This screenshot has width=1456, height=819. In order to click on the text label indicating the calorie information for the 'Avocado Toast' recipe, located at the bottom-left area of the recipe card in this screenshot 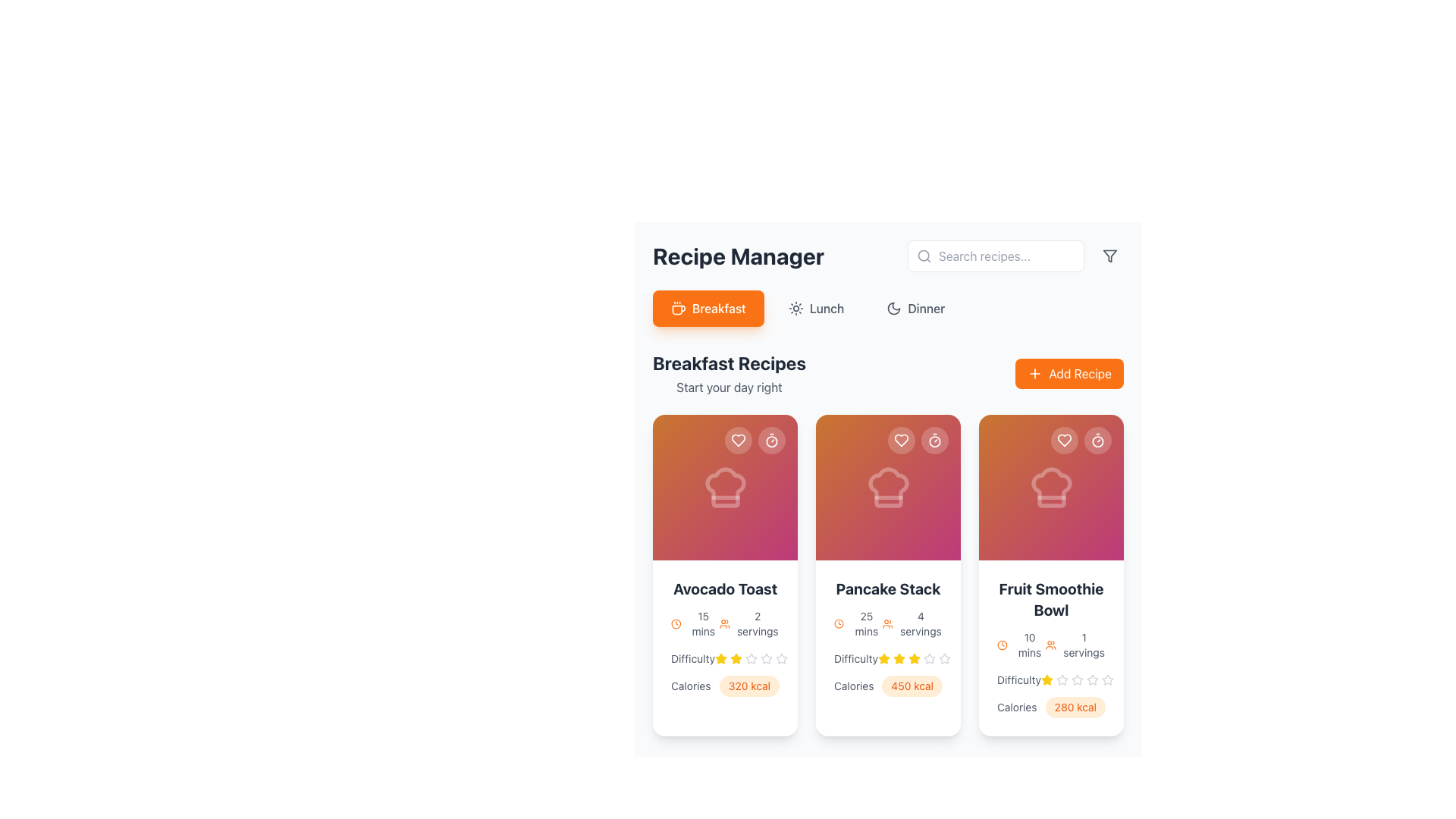, I will do `click(690, 686)`.